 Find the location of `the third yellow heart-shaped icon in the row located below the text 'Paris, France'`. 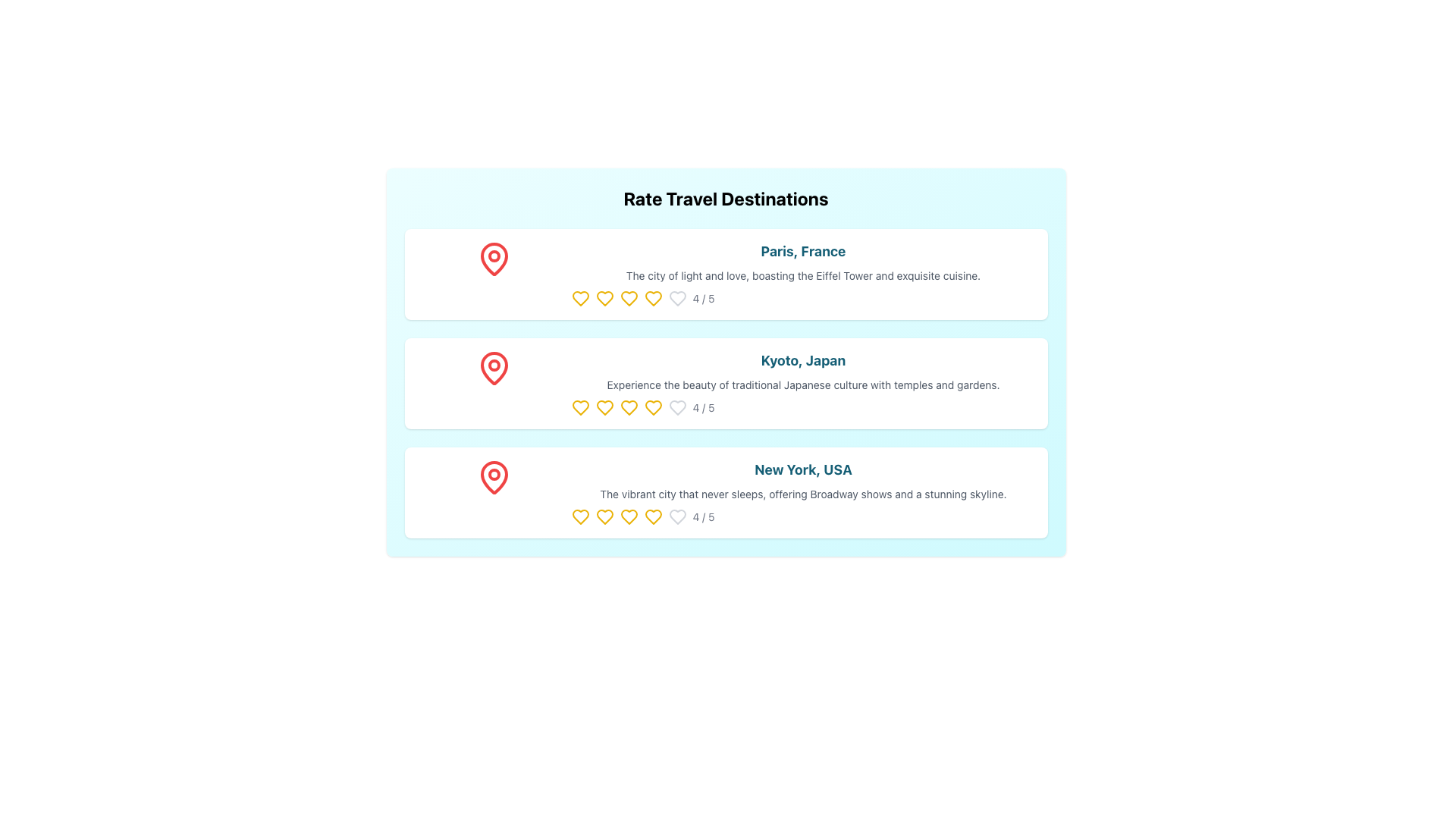

the third yellow heart-shaped icon in the row located below the text 'Paris, France' is located at coordinates (604, 298).